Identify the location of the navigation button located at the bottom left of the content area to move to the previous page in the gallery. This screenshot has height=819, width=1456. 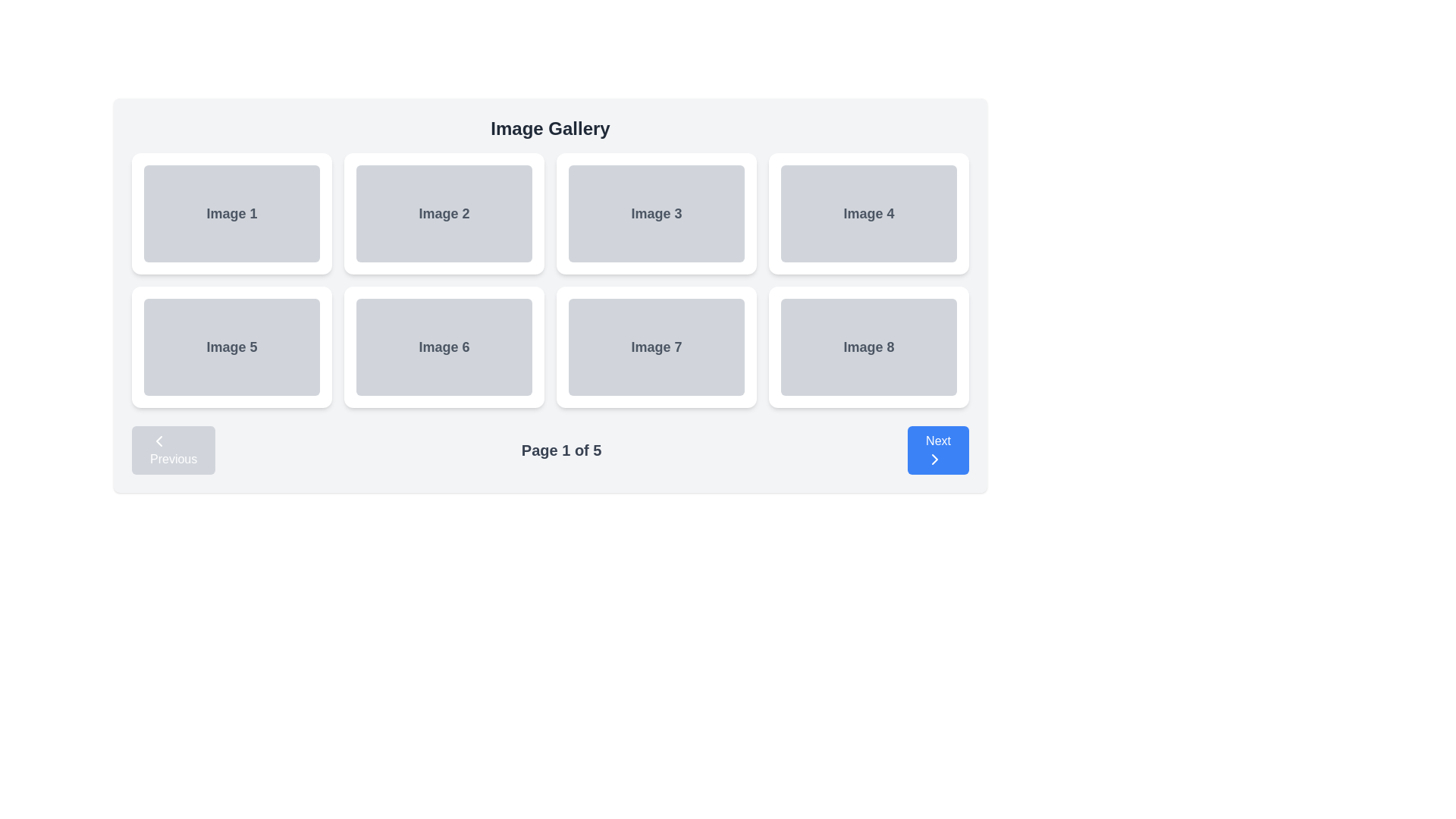
(174, 450).